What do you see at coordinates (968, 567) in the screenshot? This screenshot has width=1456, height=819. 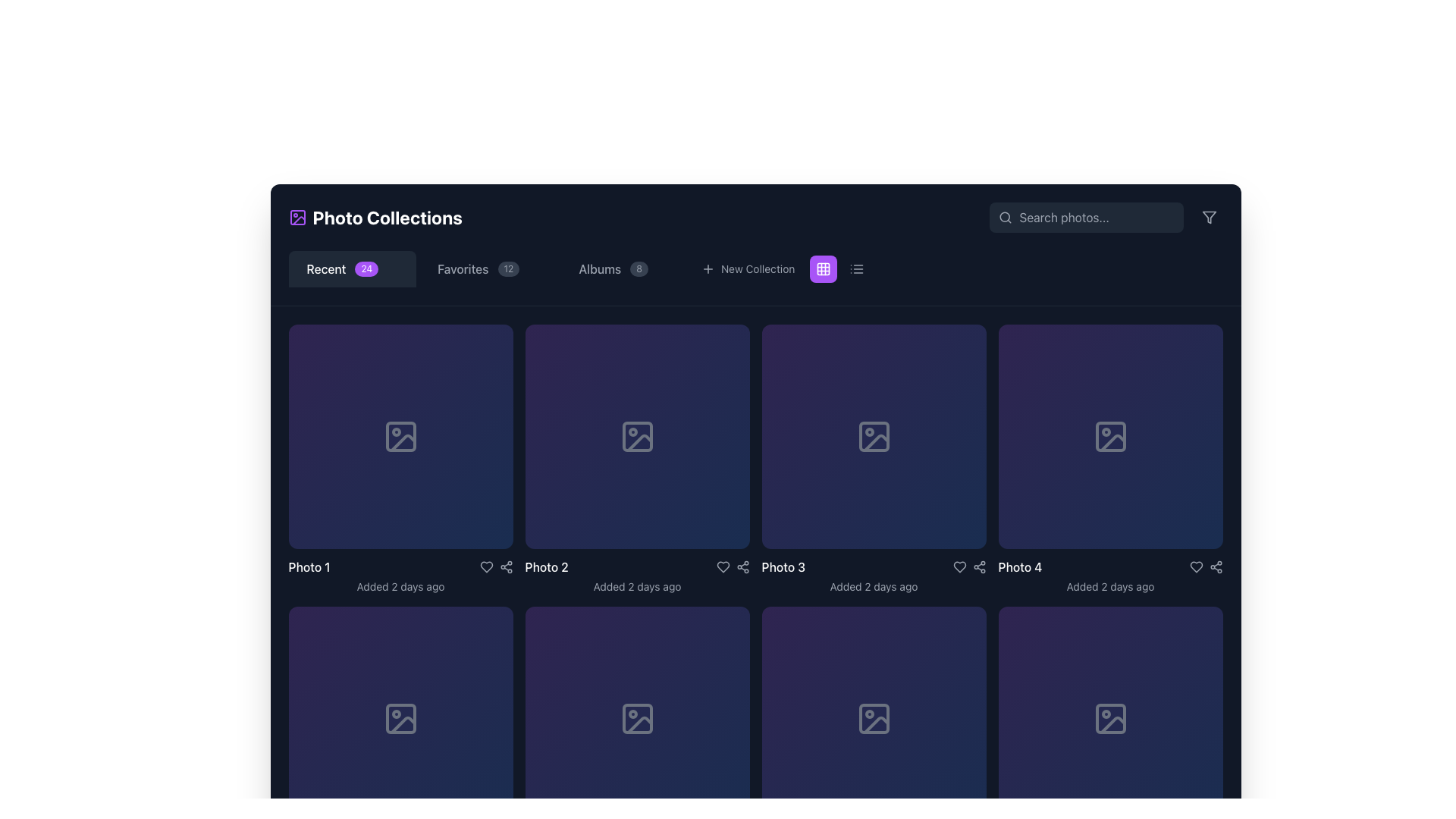 I see `the share icon in the footer section of 'Photo 3'` at bounding box center [968, 567].